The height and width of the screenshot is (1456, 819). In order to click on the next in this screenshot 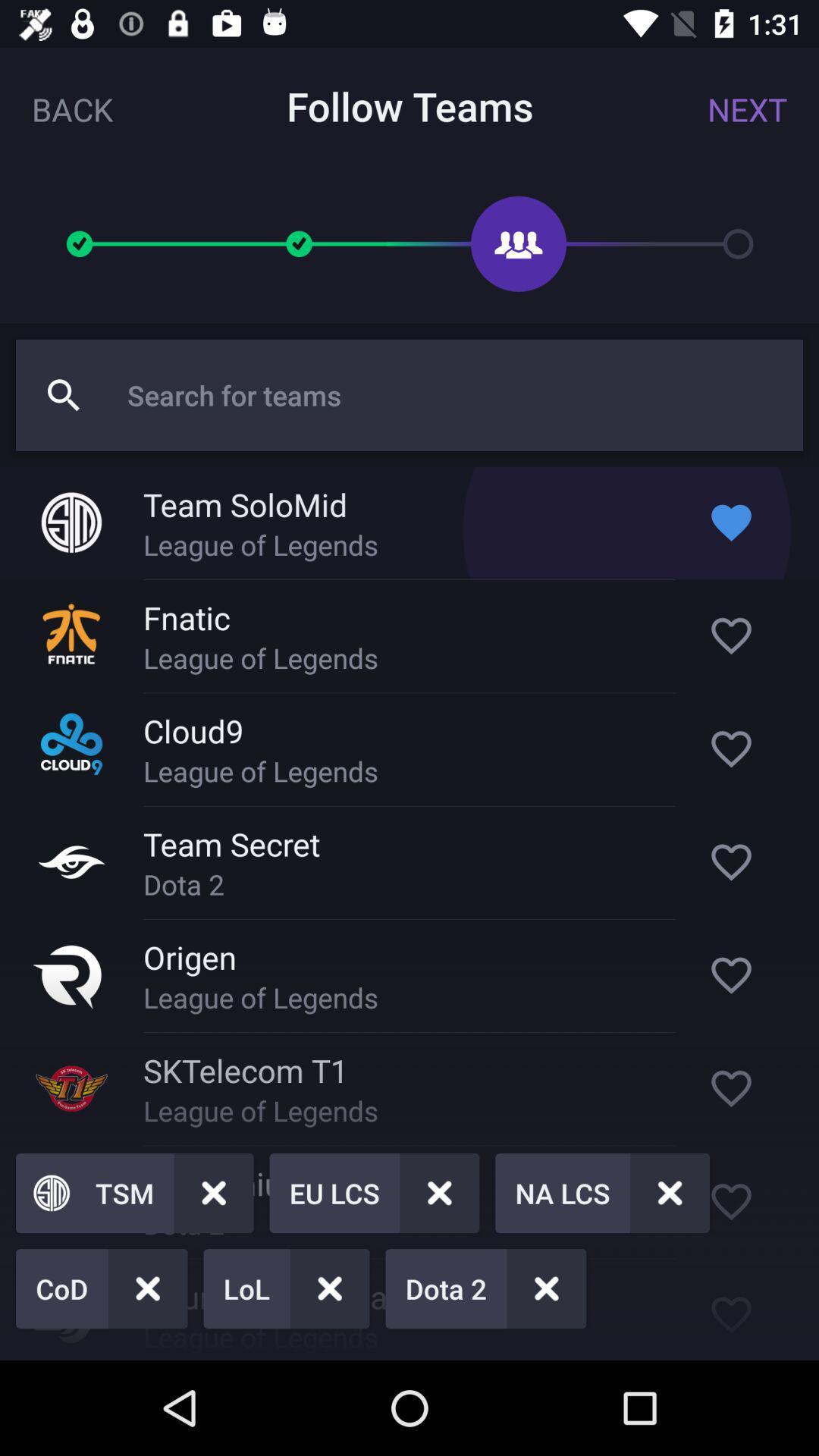, I will do `click(746, 108)`.